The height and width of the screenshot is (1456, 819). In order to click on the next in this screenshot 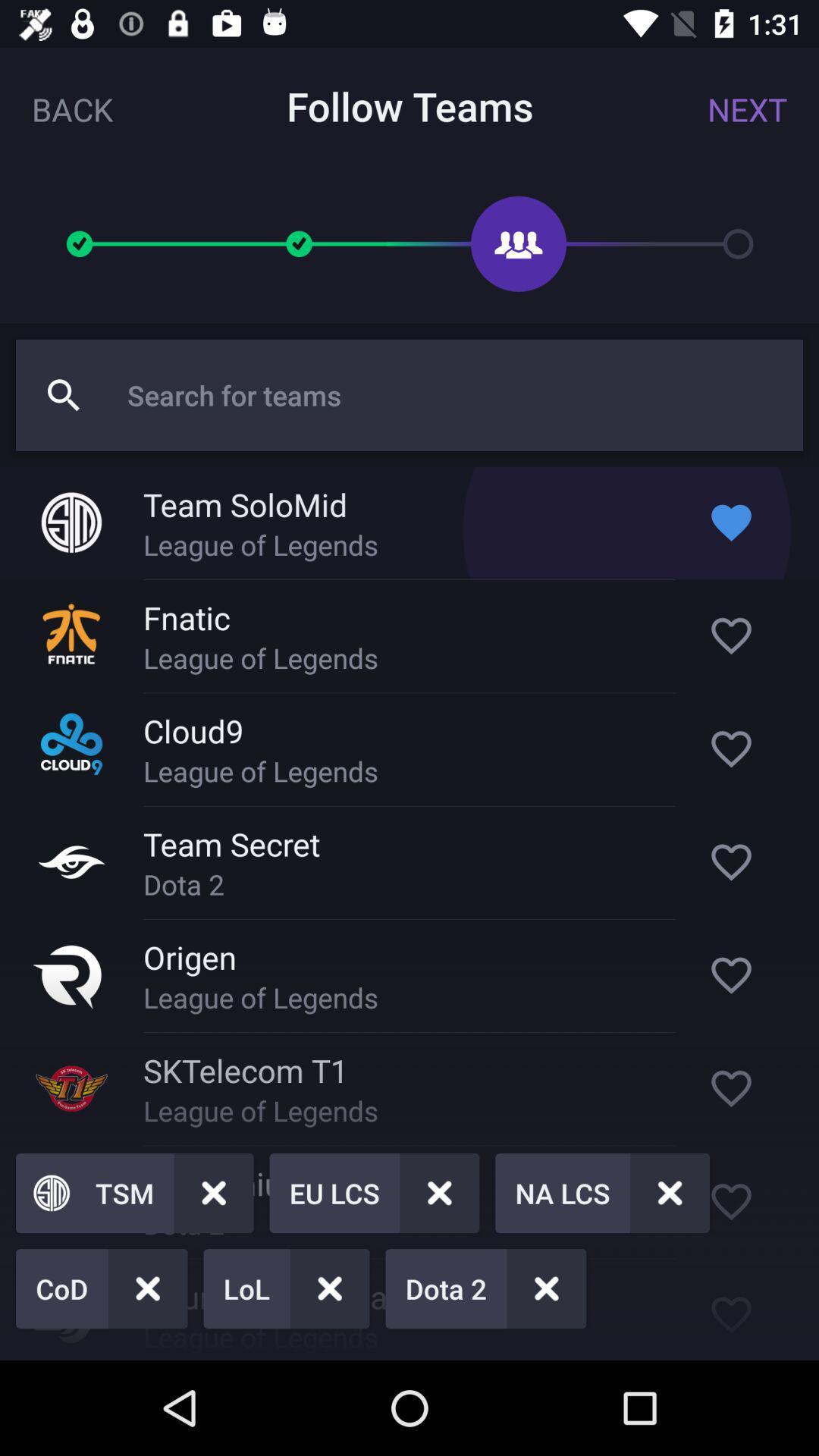, I will do `click(746, 108)`.